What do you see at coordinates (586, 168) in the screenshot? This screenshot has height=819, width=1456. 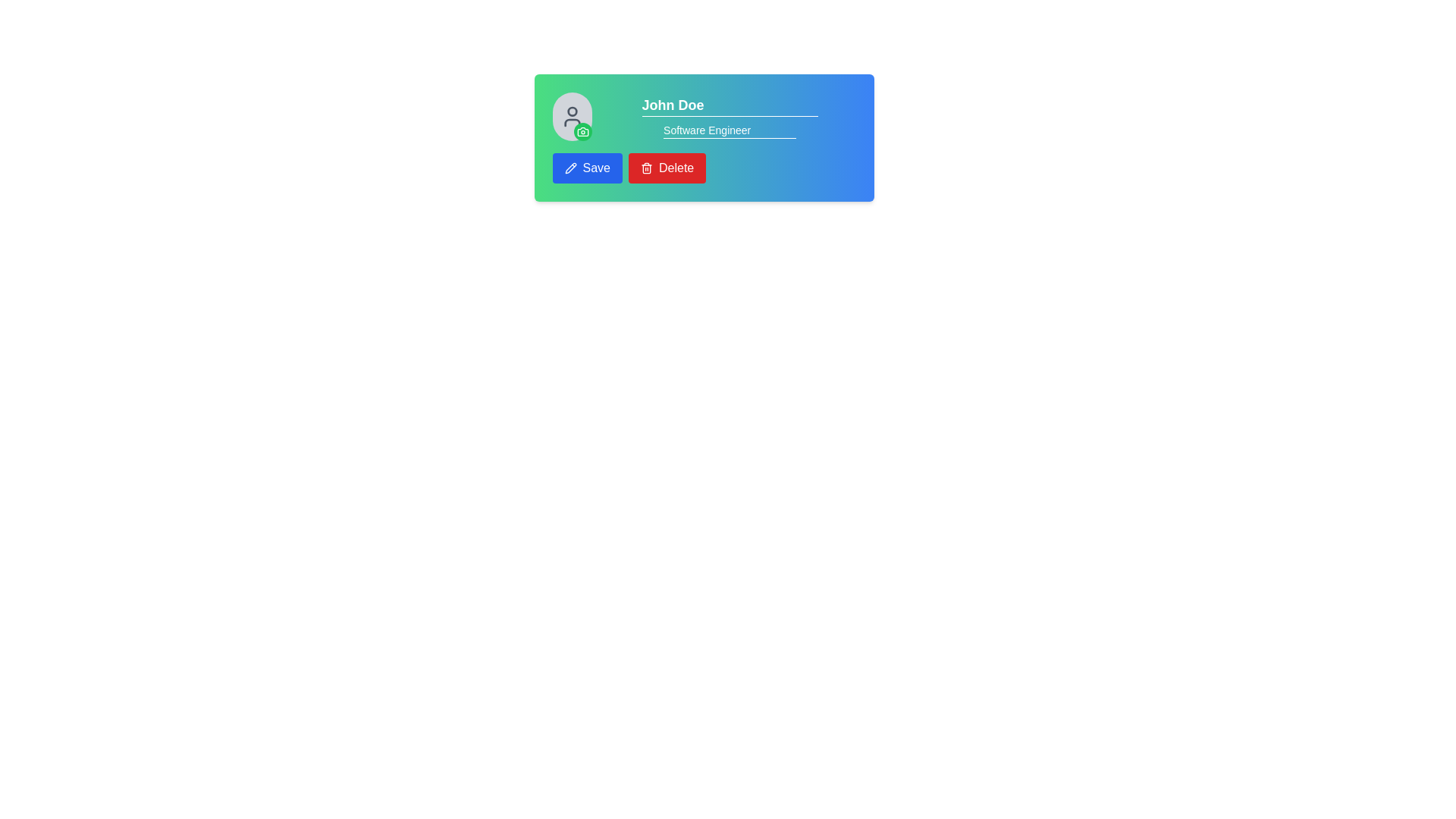 I see `the blue rectangular 'Save' button with a pencil icon located in the bottom-left corner of the profile card` at bounding box center [586, 168].